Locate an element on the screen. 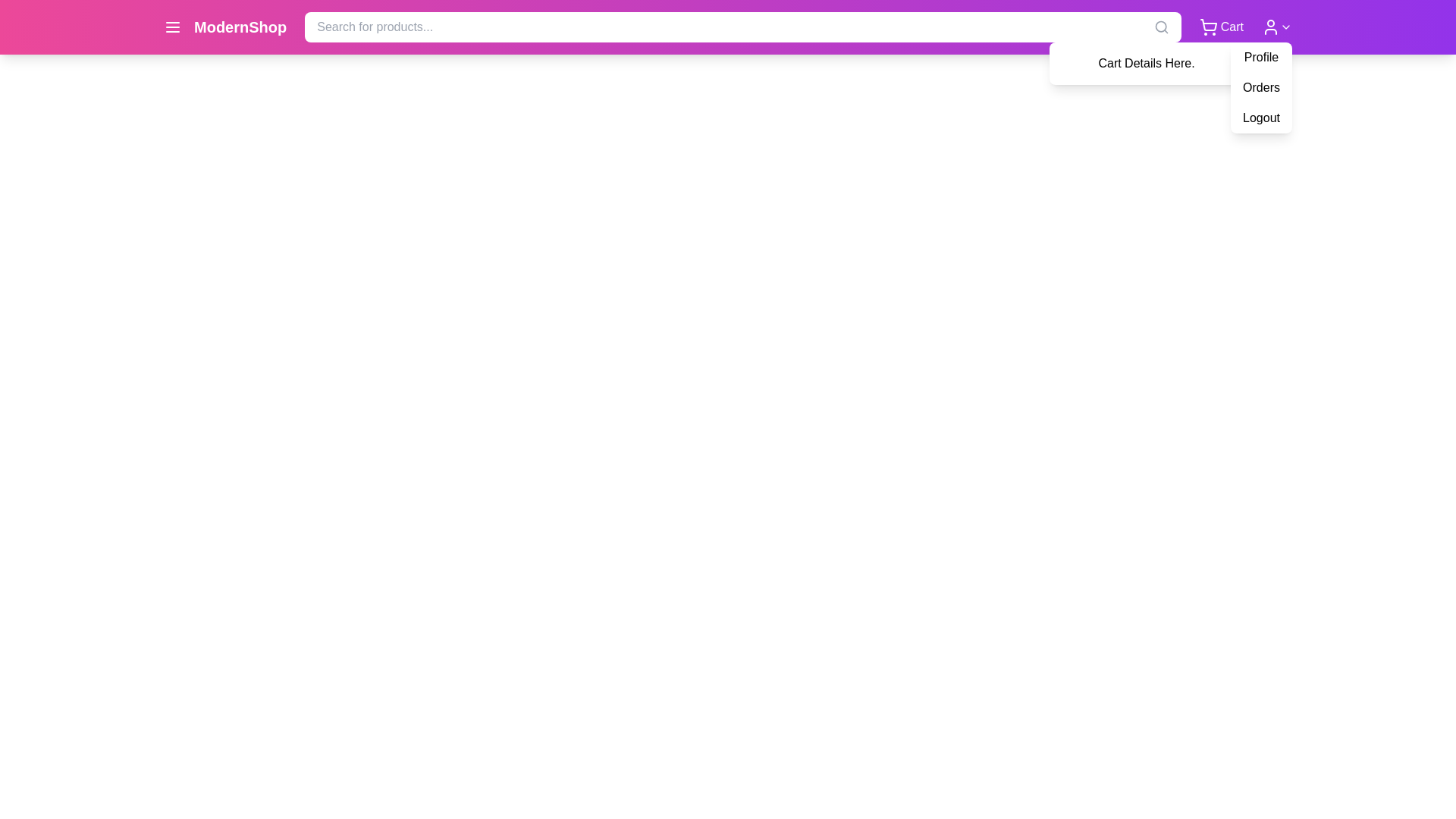 This screenshot has width=1456, height=819. the gray magnifying glass icon located on the right-hand side of the search bar is located at coordinates (1160, 27).